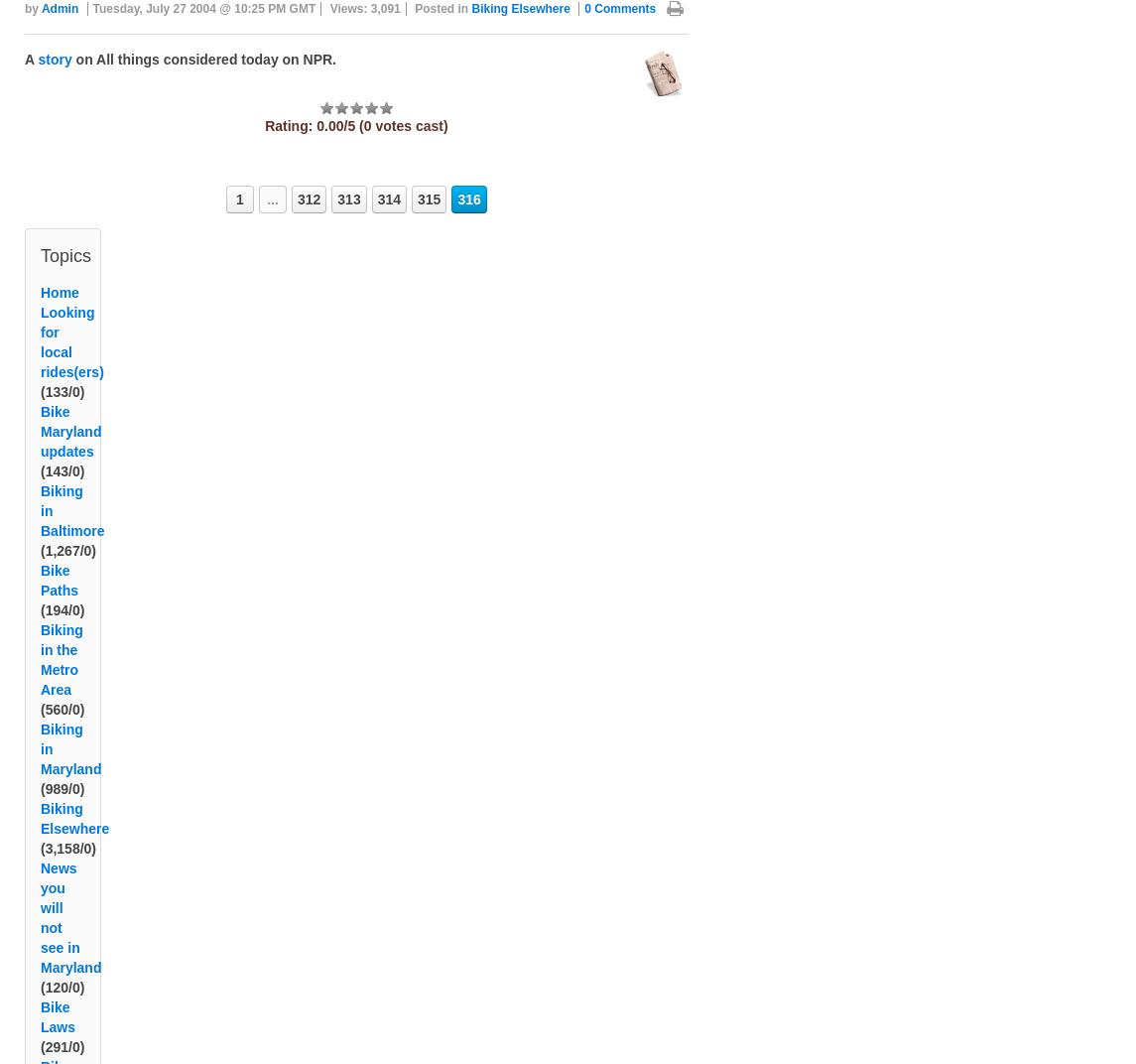 The image size is (1136, 1064). I want to click on '(3,158/0)', so click(68, 872).